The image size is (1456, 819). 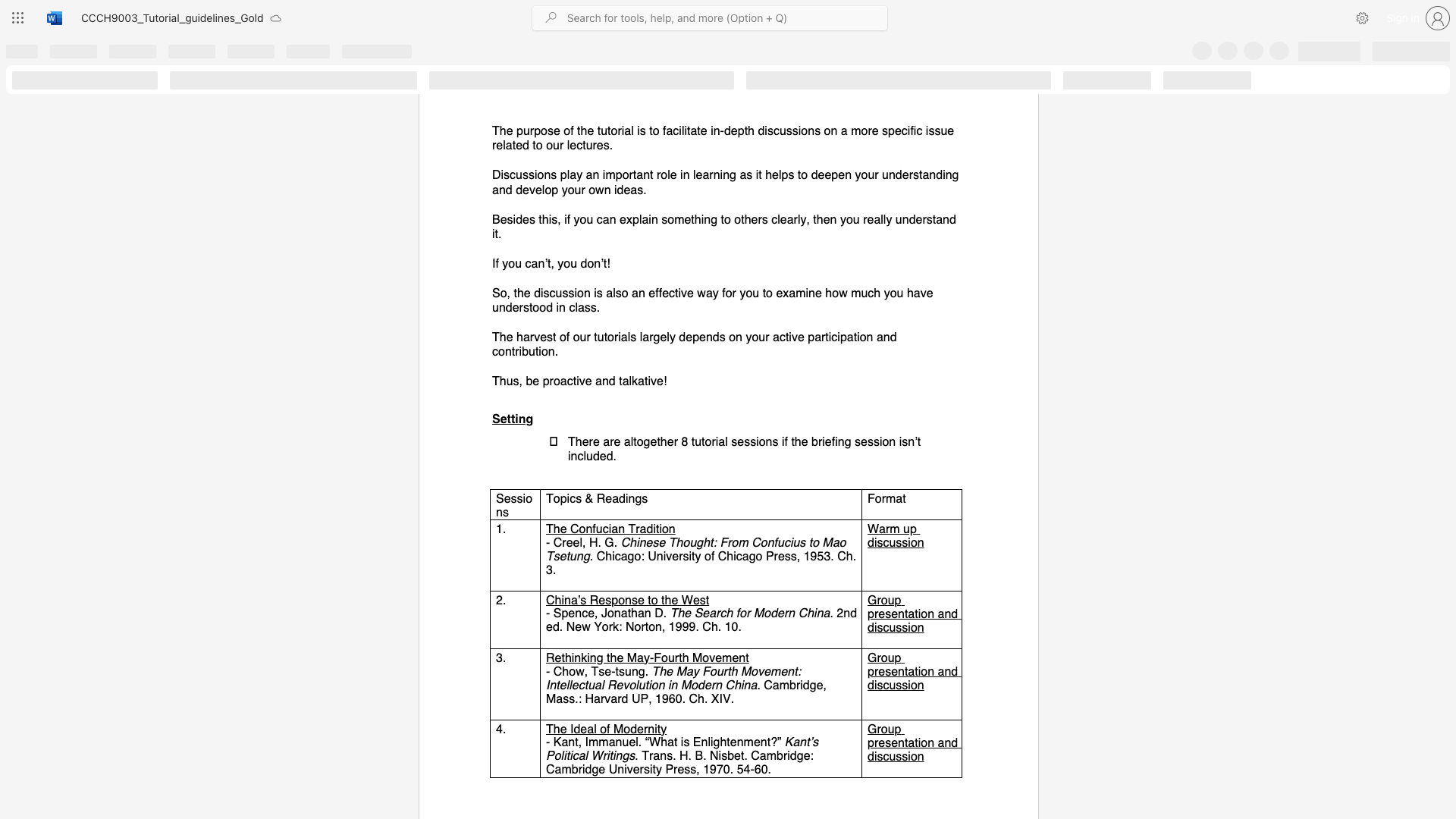 I want to click on the 1th character "o" in the text, so click(x=637, y=556).